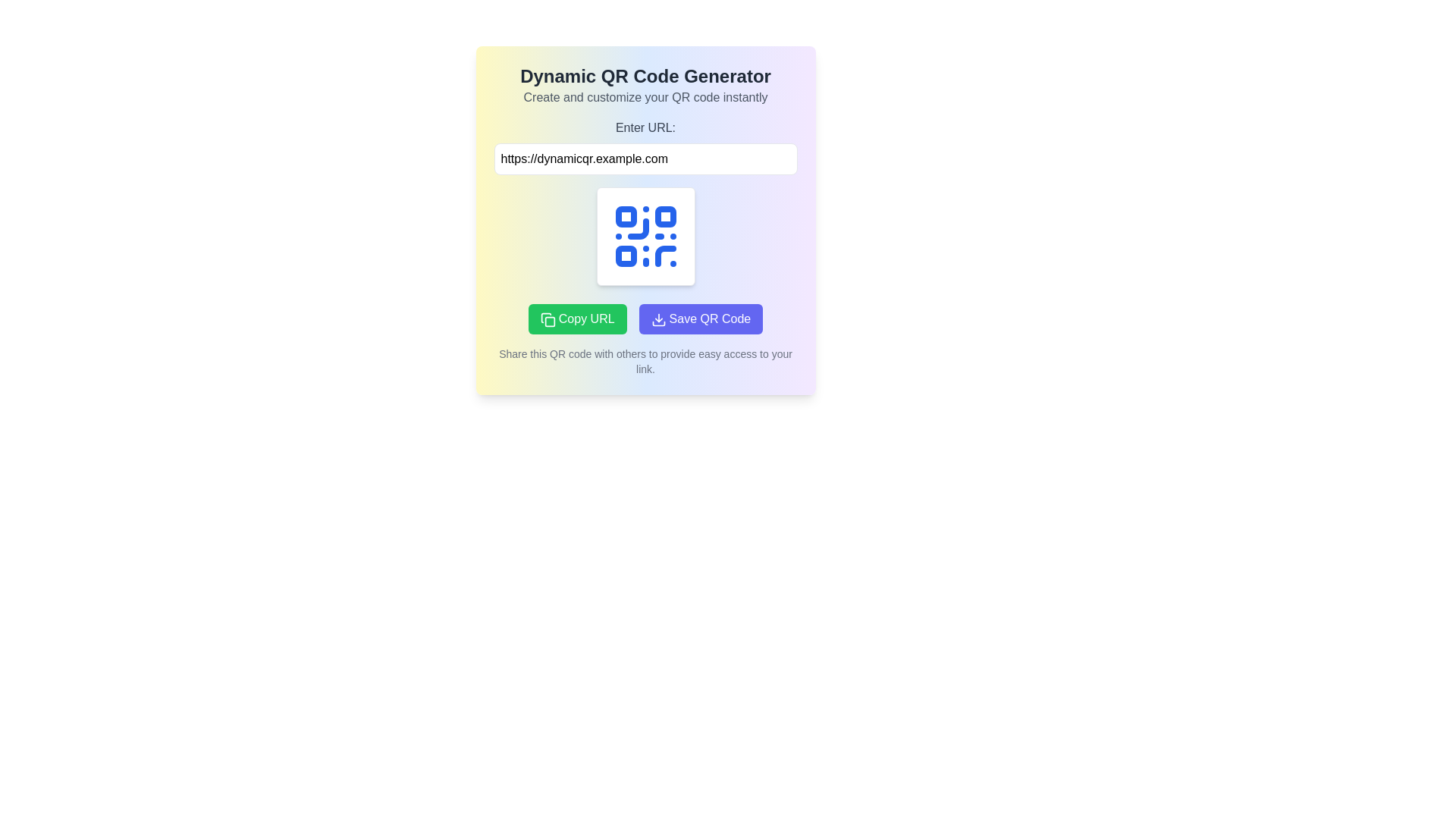 The image size is (1456, 819). I want to click on the small blue square with rounded corners located at the top-left position of the QR code structure, so click(626, 216).